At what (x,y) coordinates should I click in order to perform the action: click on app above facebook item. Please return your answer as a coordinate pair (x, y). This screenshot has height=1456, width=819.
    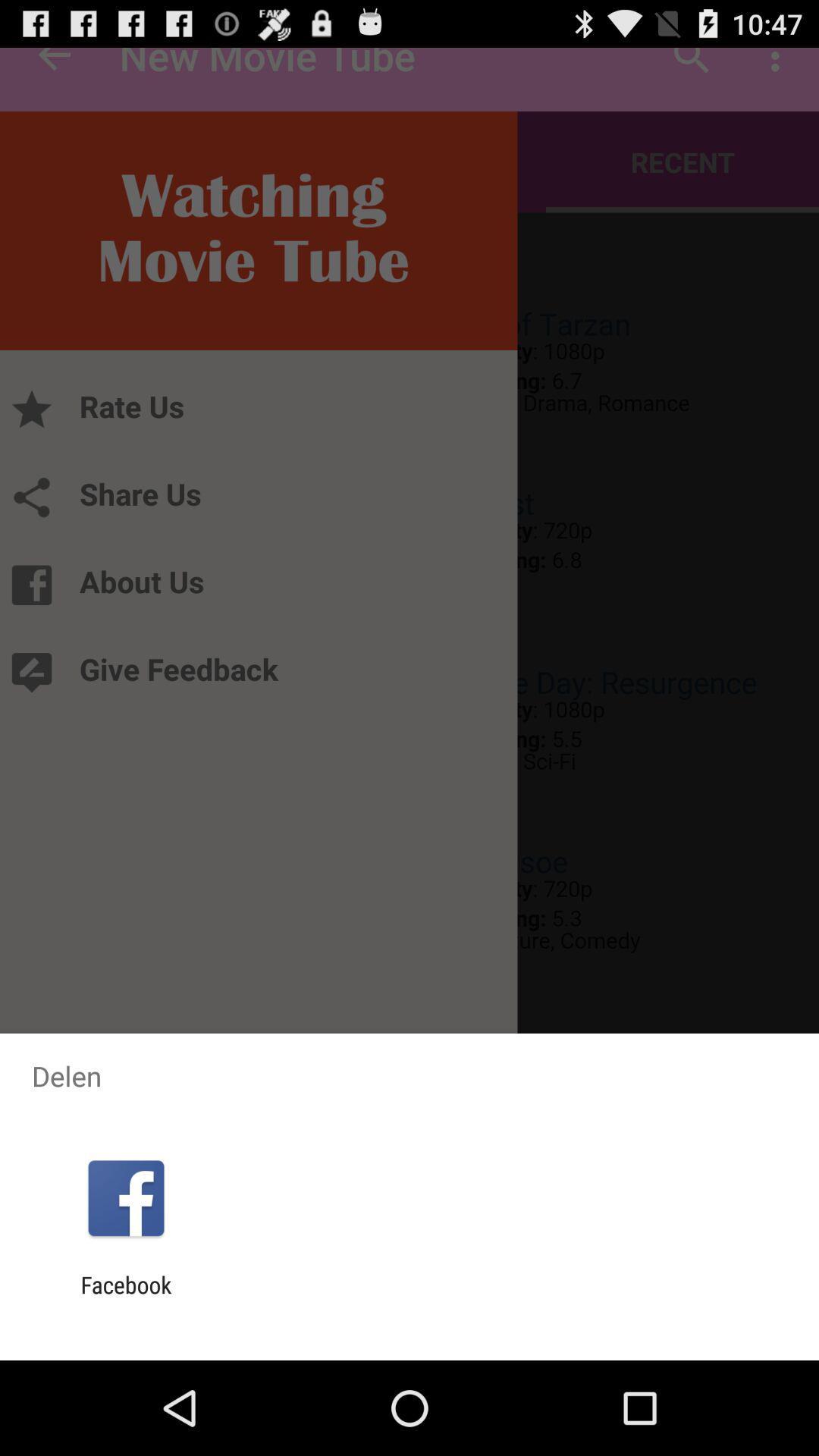
    Looking at the image, I should click on (125, 1197).